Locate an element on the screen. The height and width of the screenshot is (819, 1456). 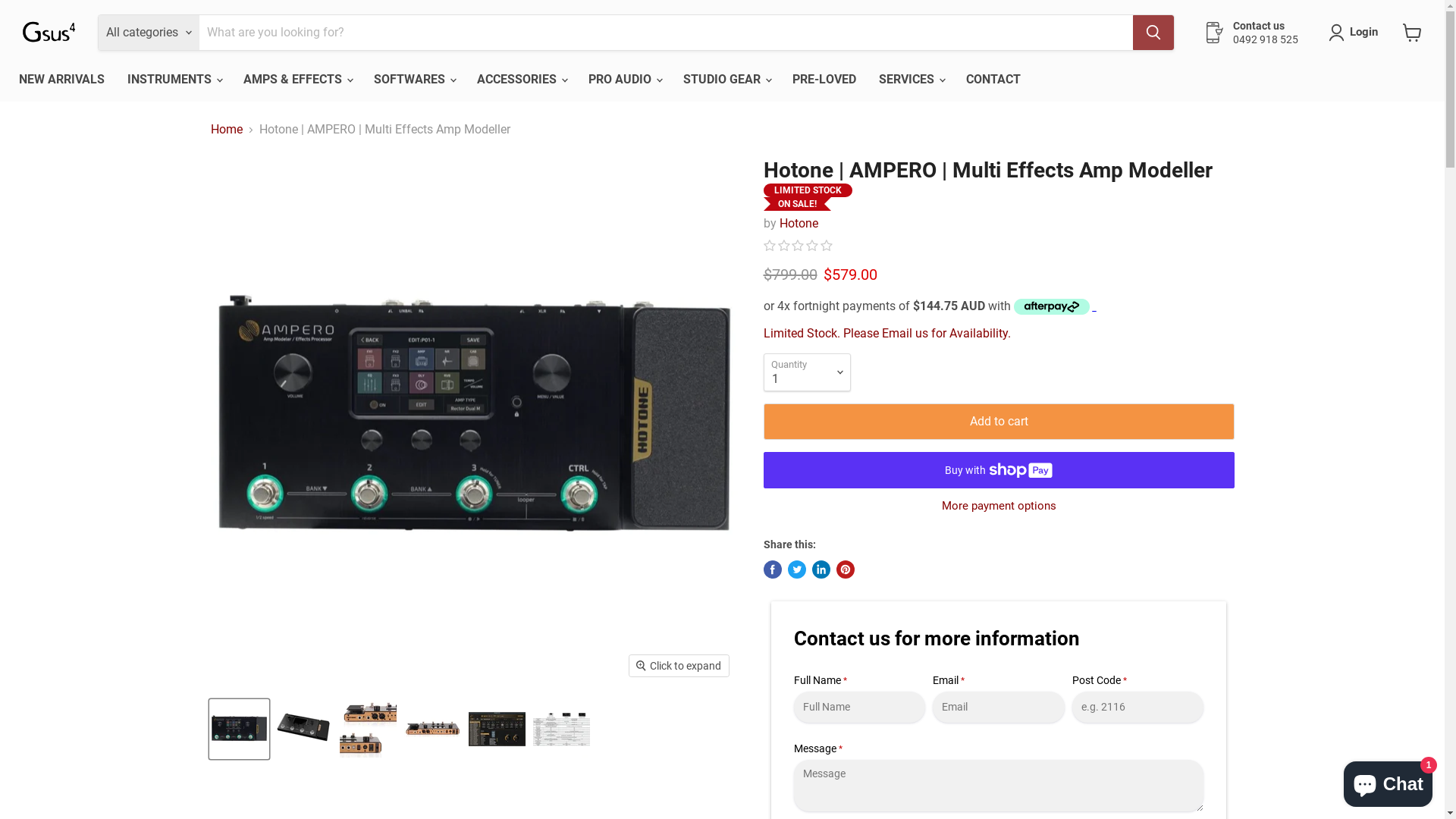
'Home' is located at coordinates (225, 128).